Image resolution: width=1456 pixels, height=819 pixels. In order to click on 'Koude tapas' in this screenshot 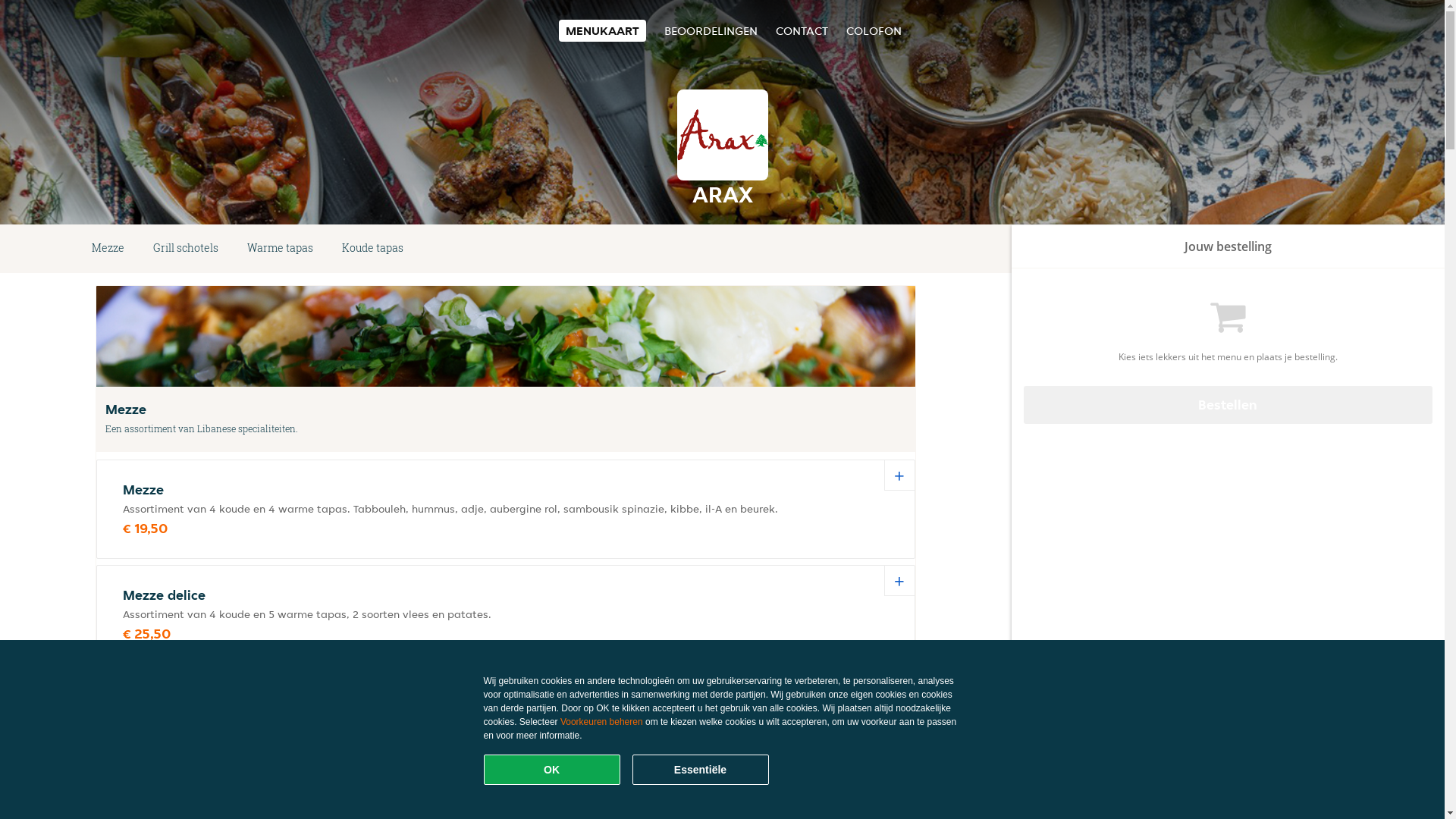, I will do `click(372, 247)`.